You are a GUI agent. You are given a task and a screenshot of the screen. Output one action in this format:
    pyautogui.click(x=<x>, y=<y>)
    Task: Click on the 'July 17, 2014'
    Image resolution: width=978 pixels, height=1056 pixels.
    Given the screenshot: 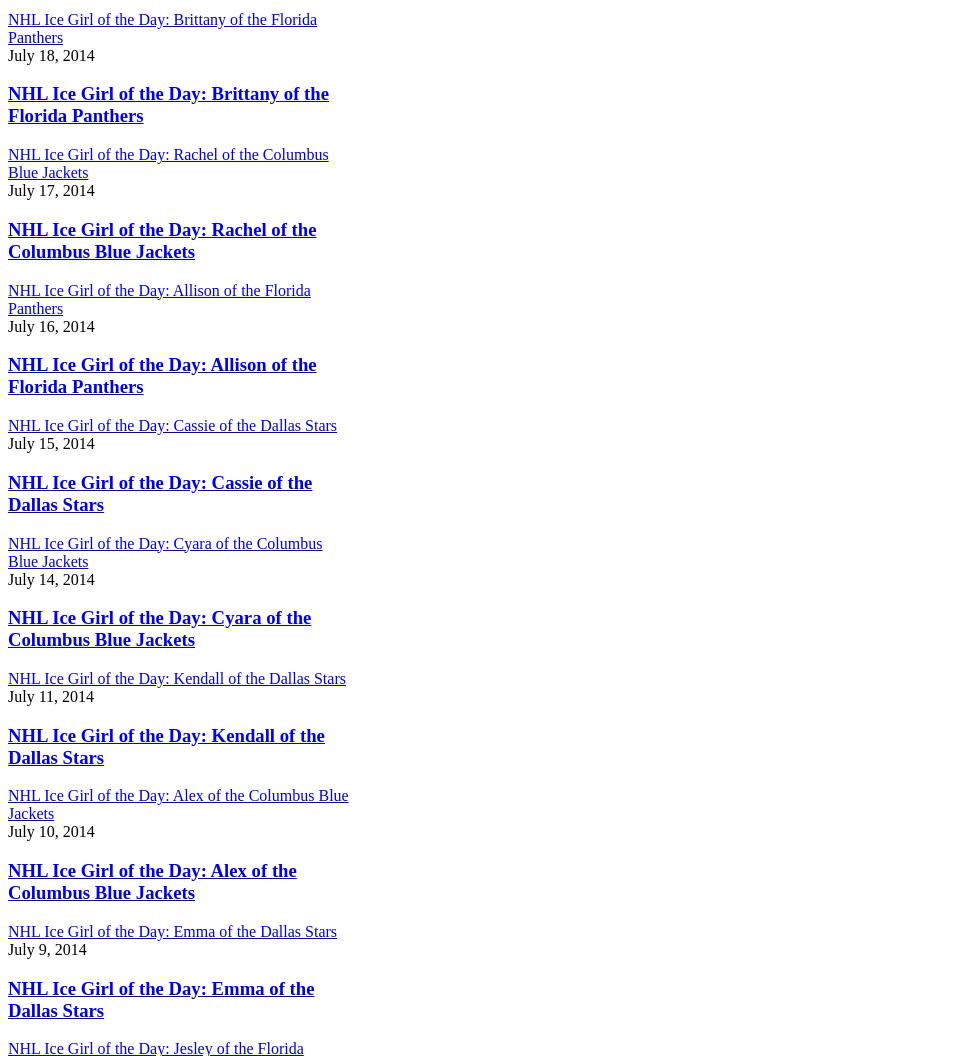 What is the action you would take?
    pyautogui.click(x=50, y=190)
    